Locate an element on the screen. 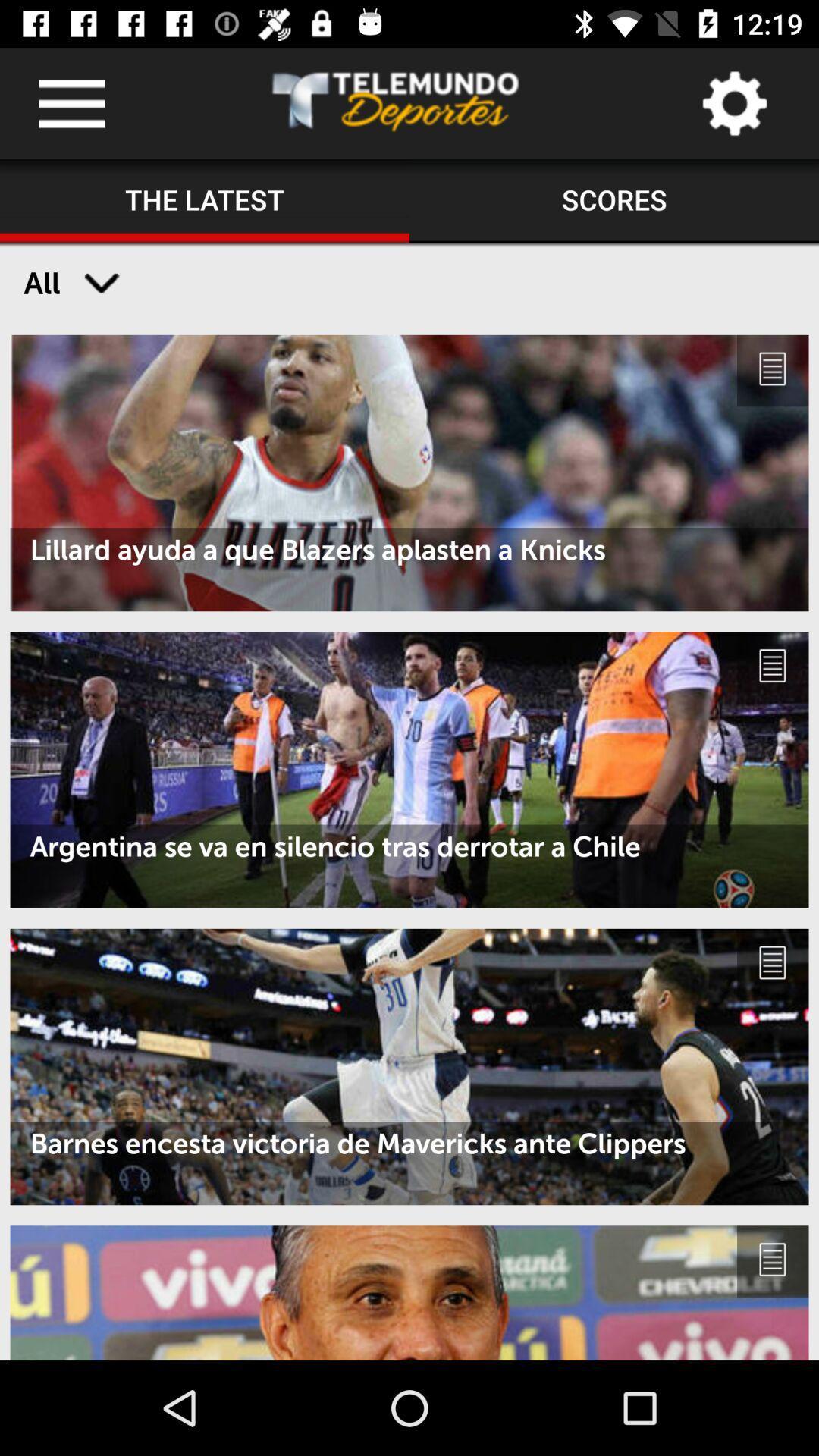 The height and width of the screenshot is (1456, 819). barnes encesta victoria icon is located at coordinates (409, 1144).